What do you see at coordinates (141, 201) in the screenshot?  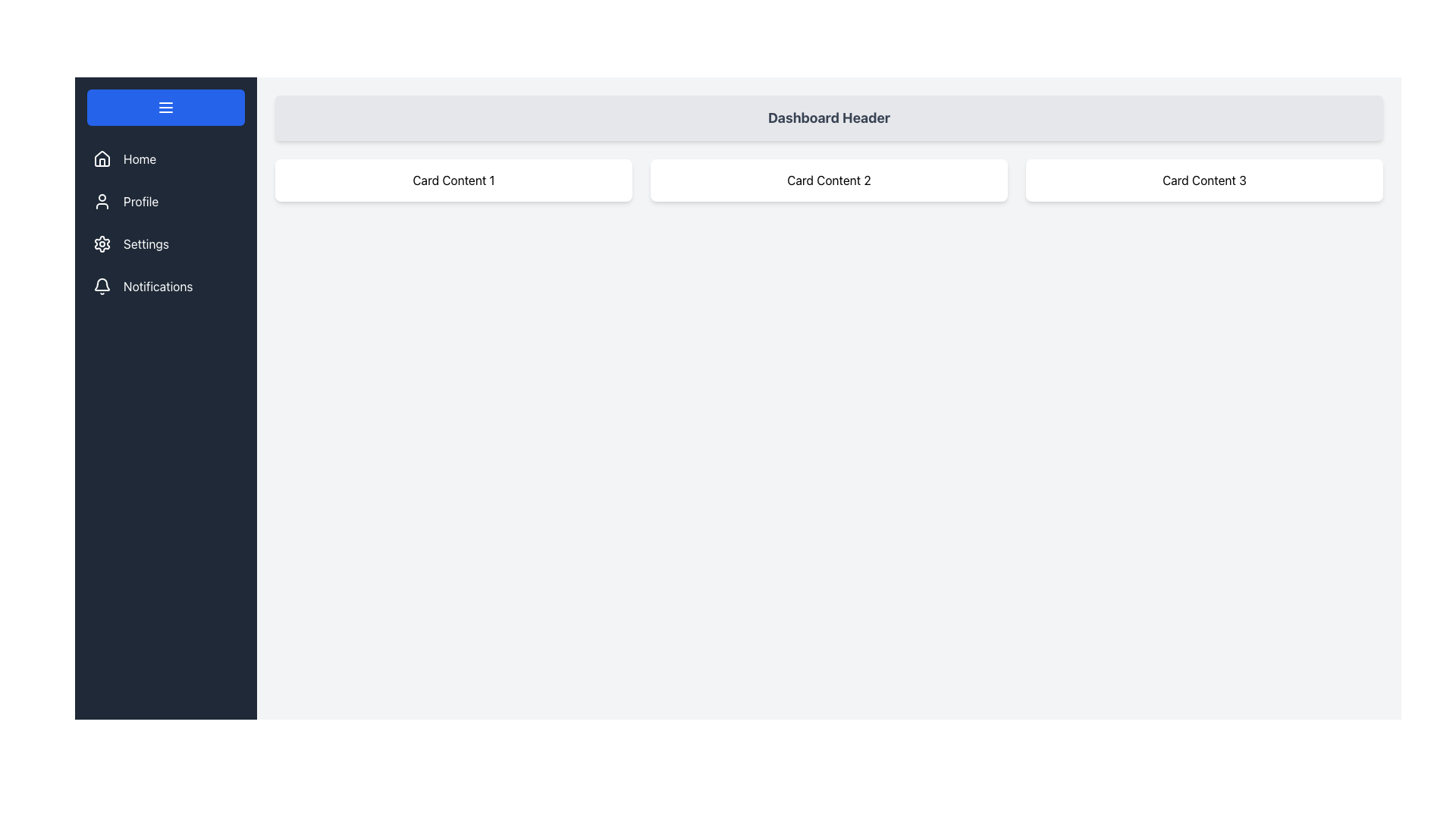 I see `the 'Profile' text label located in the dark blue vertical sidebar on the left side of the interface` at bounding box center [141, 201].